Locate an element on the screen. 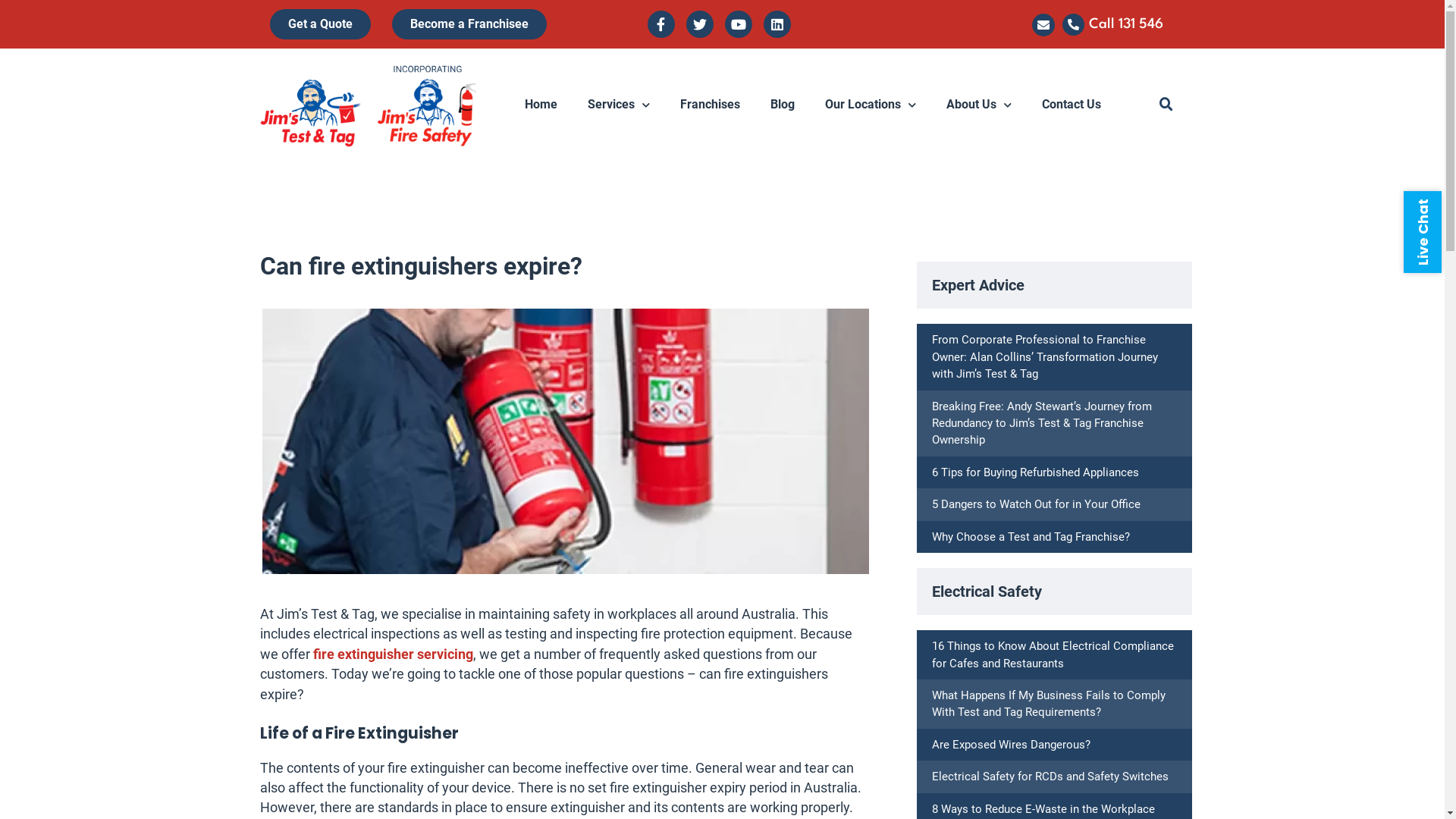 The height and width of the screenshot is (819, 1456). 'Call 131 546' is located at coordinates (1125, 24).